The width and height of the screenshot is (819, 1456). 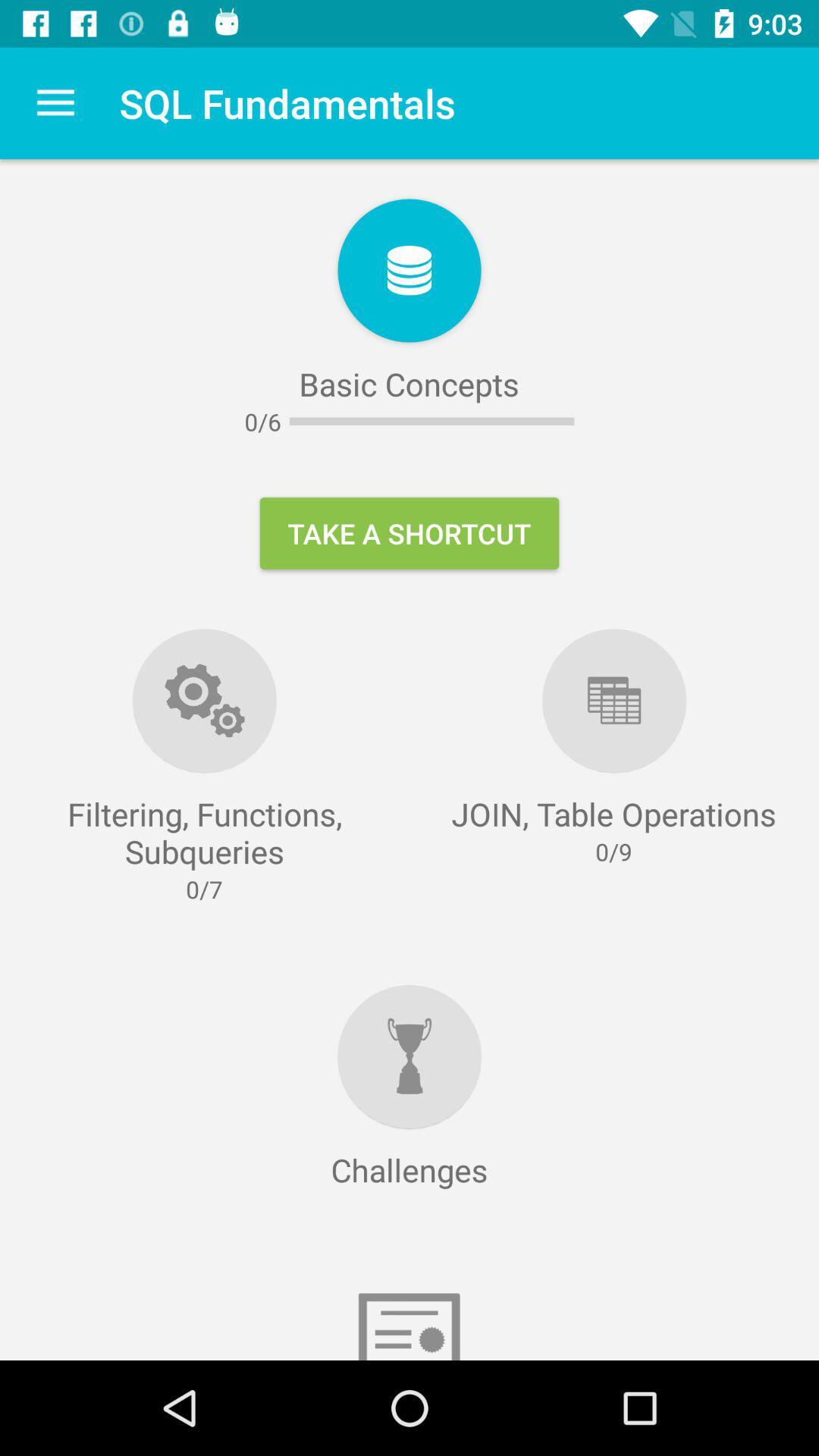 I want to click on the icon below 0/6, so click(x=409, y=533).